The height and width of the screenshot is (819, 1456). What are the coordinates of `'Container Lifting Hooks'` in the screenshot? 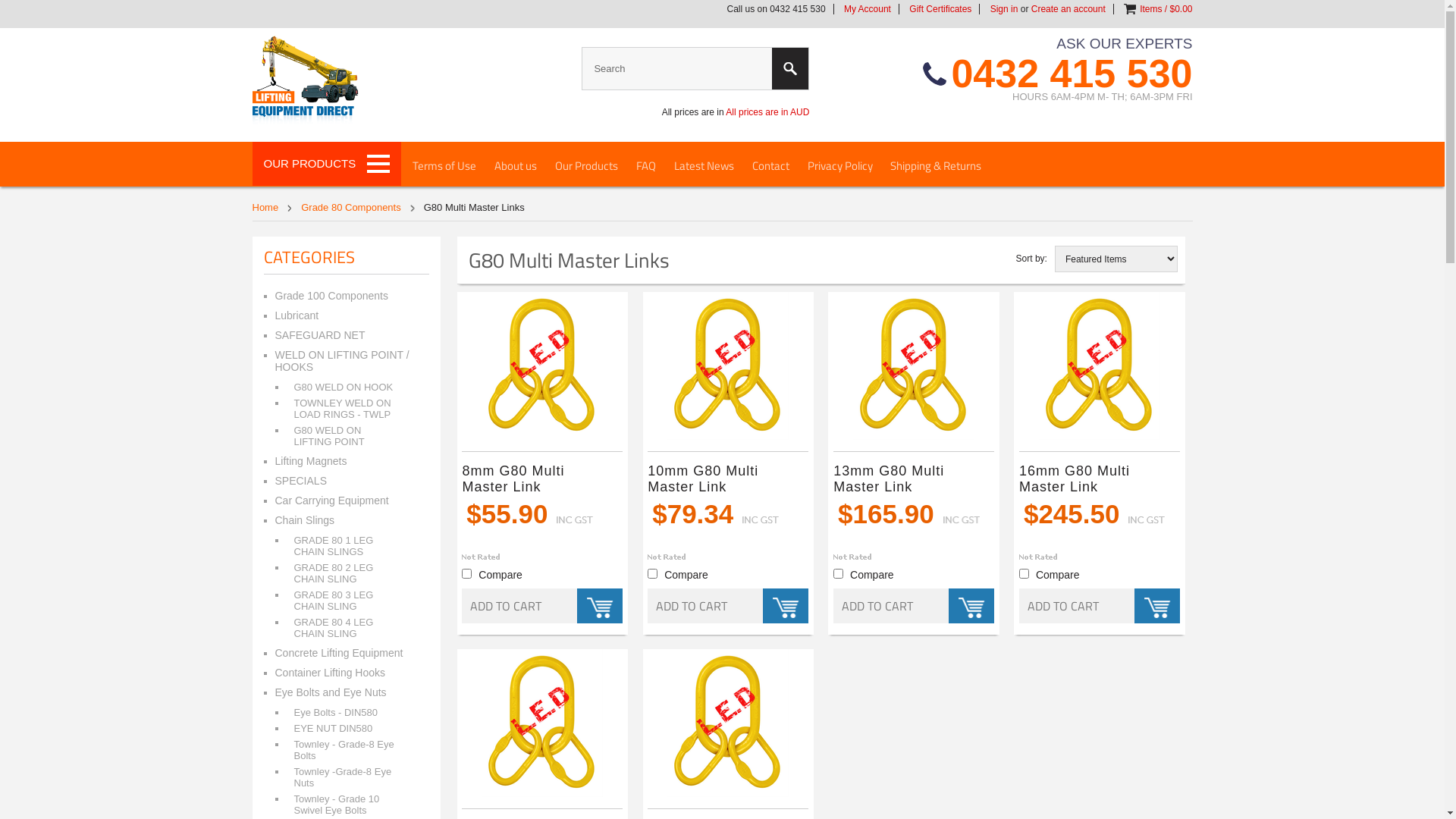 It's located at (343, 672).